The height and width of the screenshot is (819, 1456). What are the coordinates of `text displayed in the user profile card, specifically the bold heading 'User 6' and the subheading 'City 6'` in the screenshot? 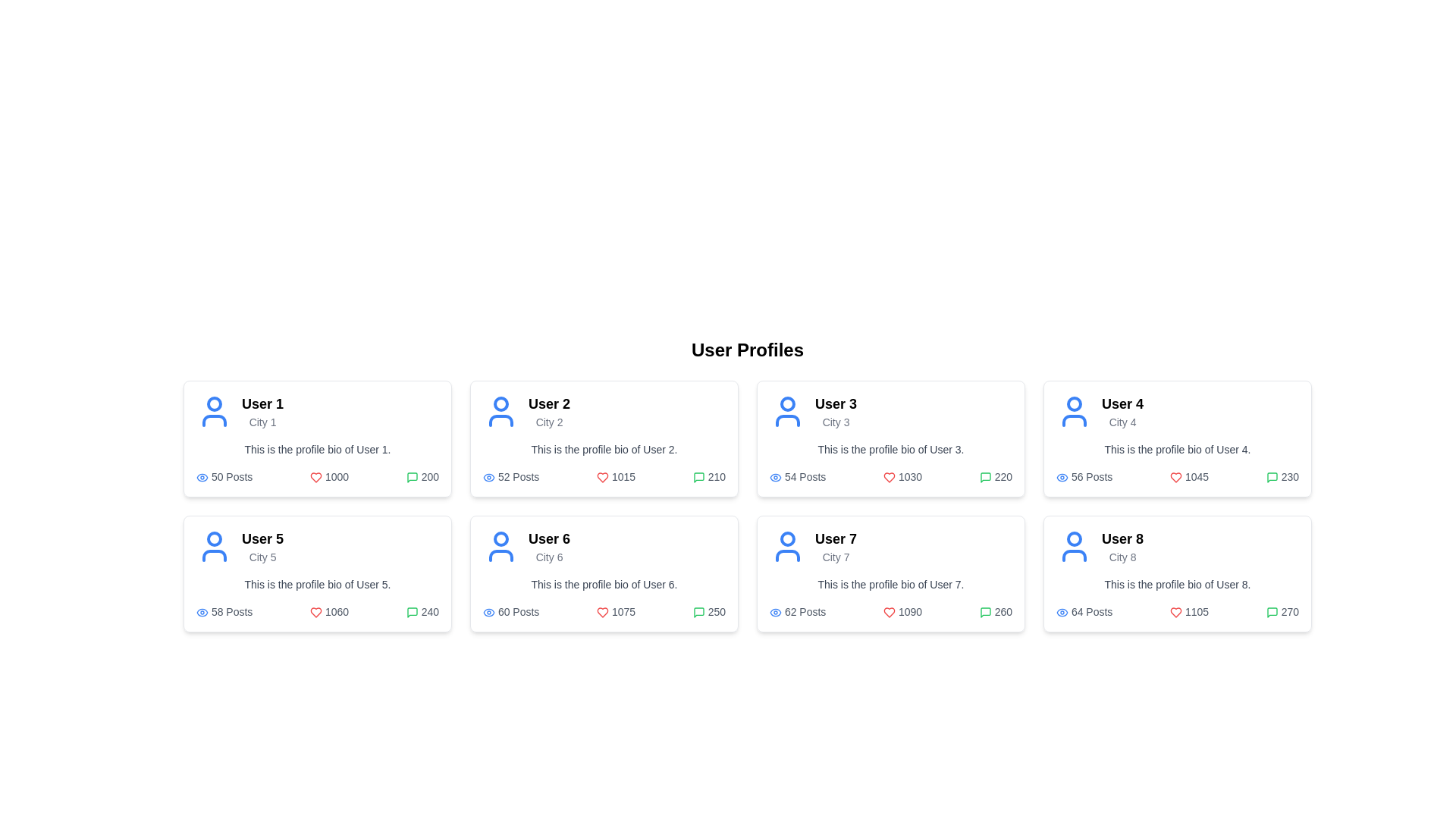 It's located at (548, 547).